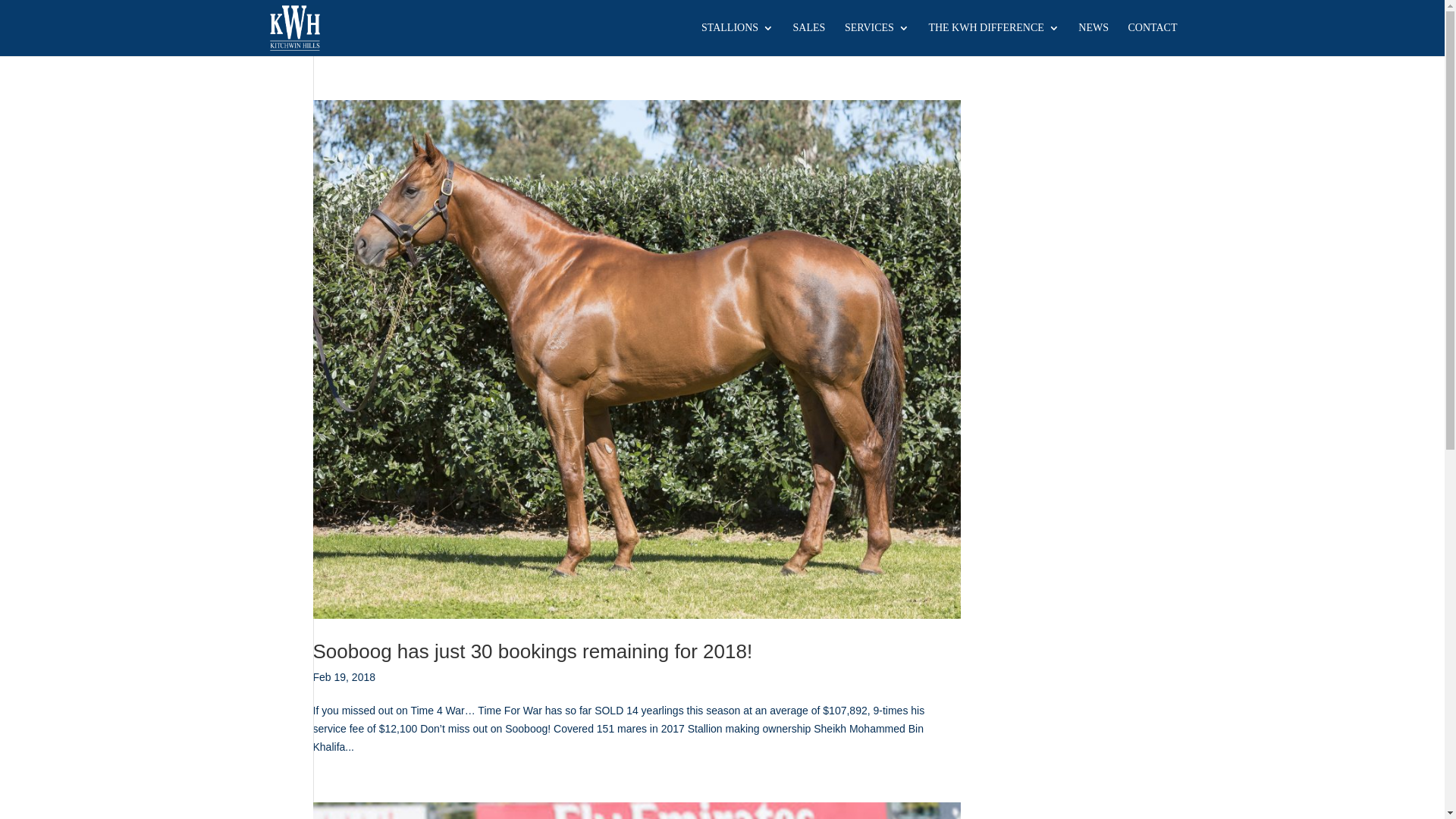  Describe the element at coordinates (1153, 38) in the screenshot. I see `'CONTACT'` at that location.